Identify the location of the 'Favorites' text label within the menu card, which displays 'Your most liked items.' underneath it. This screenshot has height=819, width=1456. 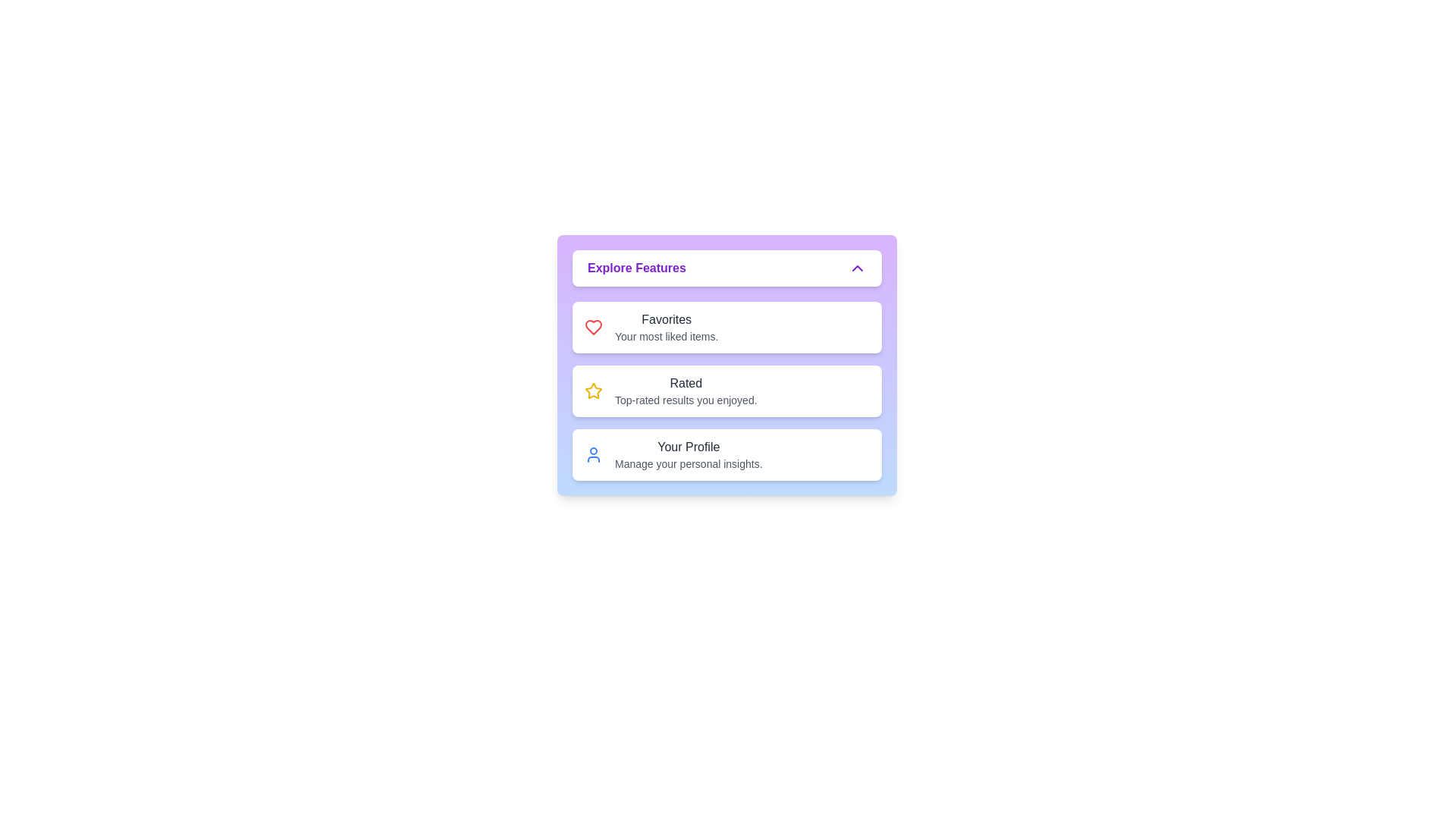
(667, 327).